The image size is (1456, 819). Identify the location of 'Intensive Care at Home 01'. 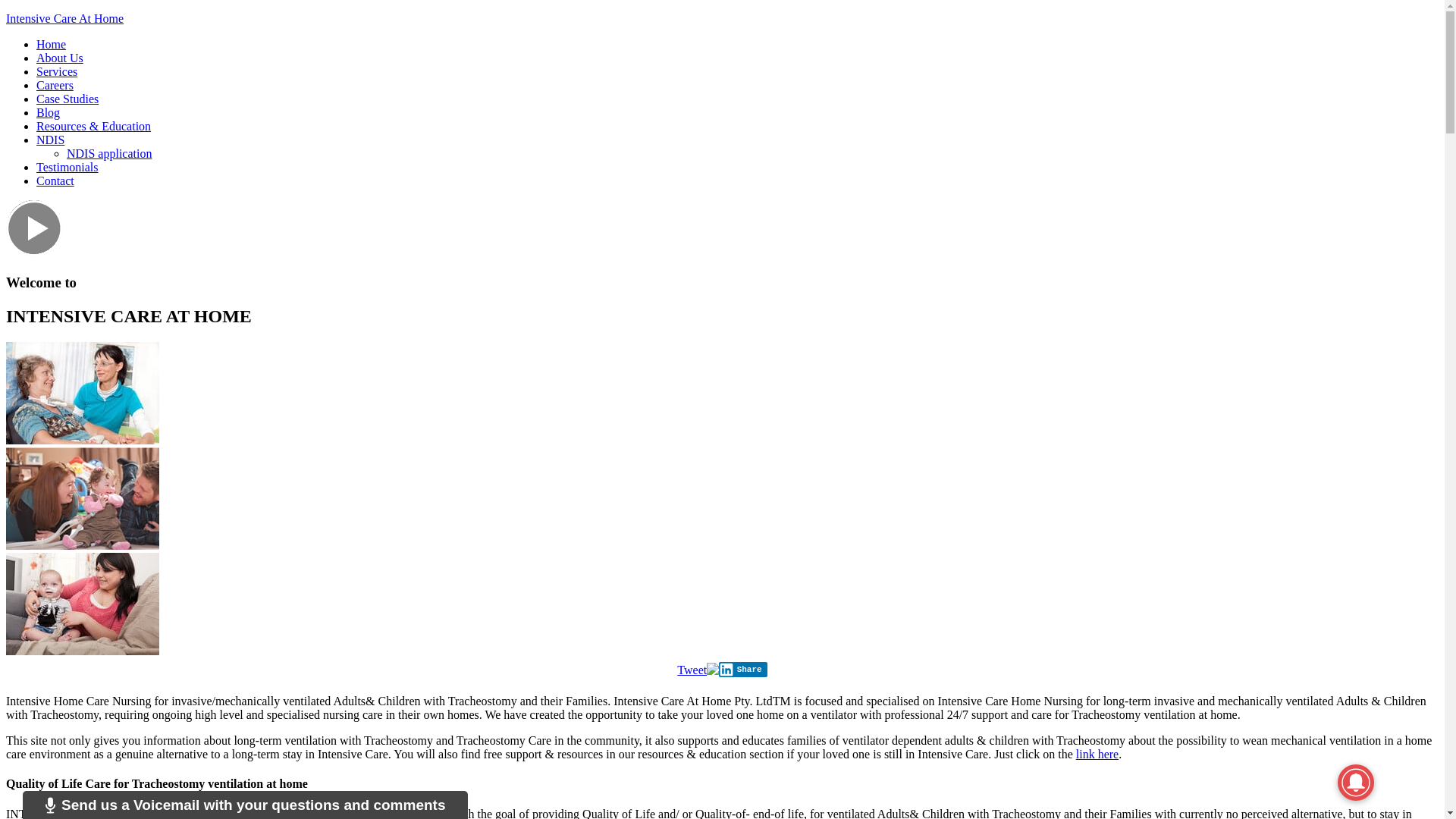
(6, 392).